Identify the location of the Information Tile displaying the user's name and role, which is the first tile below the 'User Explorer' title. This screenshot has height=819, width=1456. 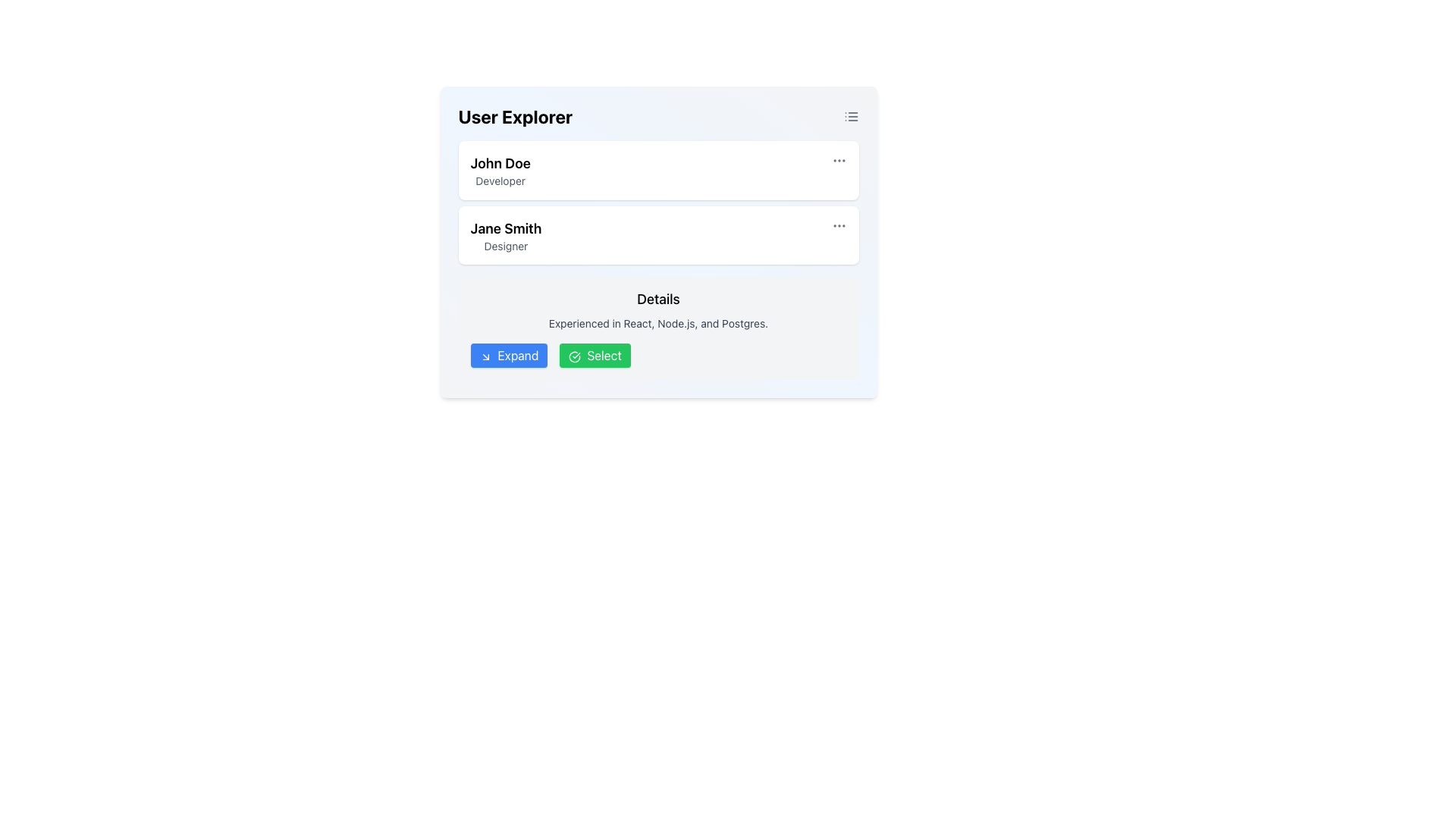
(658, 170).